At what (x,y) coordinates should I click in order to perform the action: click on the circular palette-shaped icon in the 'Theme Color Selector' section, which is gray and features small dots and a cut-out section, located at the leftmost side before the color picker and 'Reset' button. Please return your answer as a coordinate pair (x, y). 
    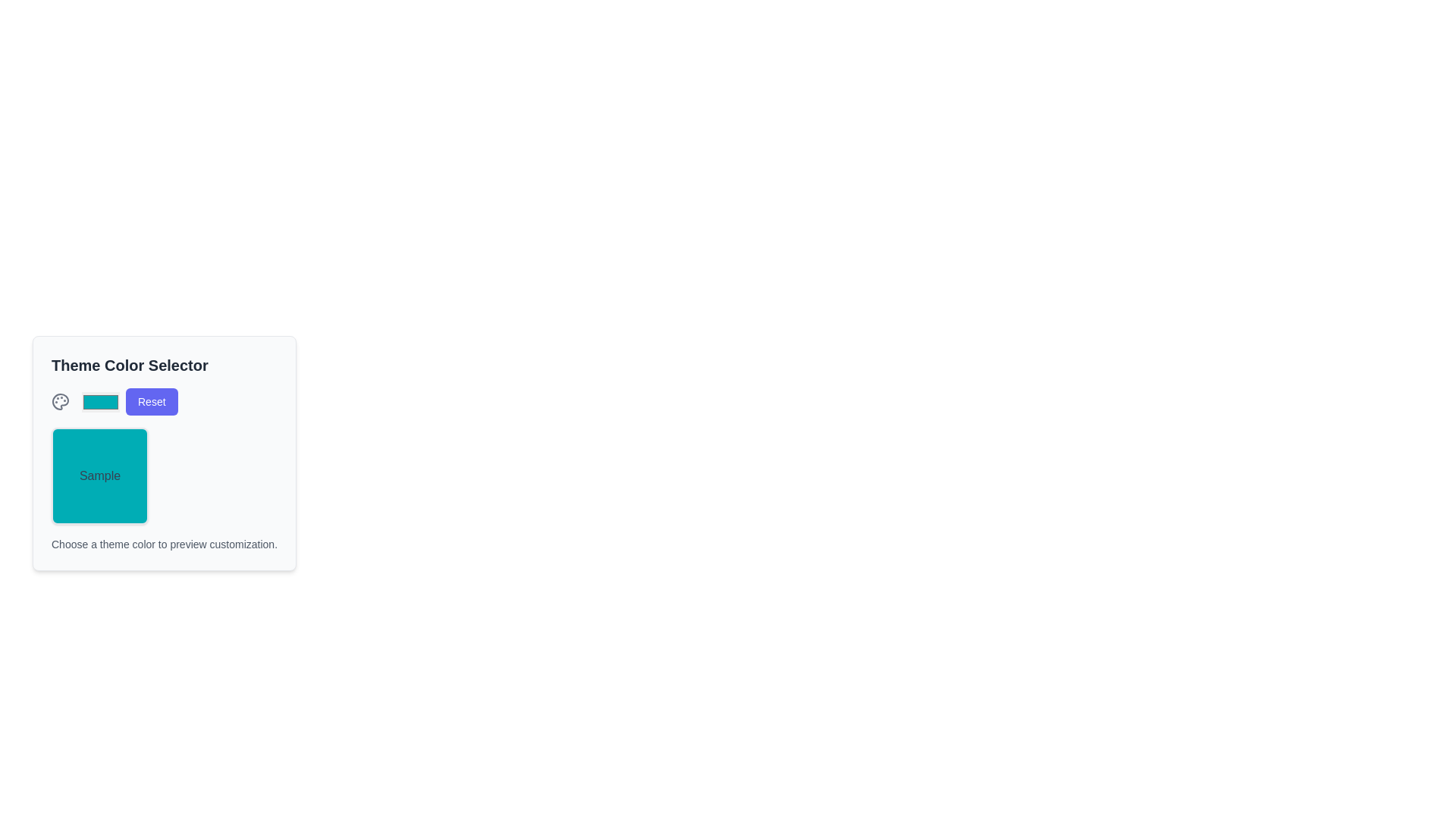
    Looking at the image, I should click on (61, 400).